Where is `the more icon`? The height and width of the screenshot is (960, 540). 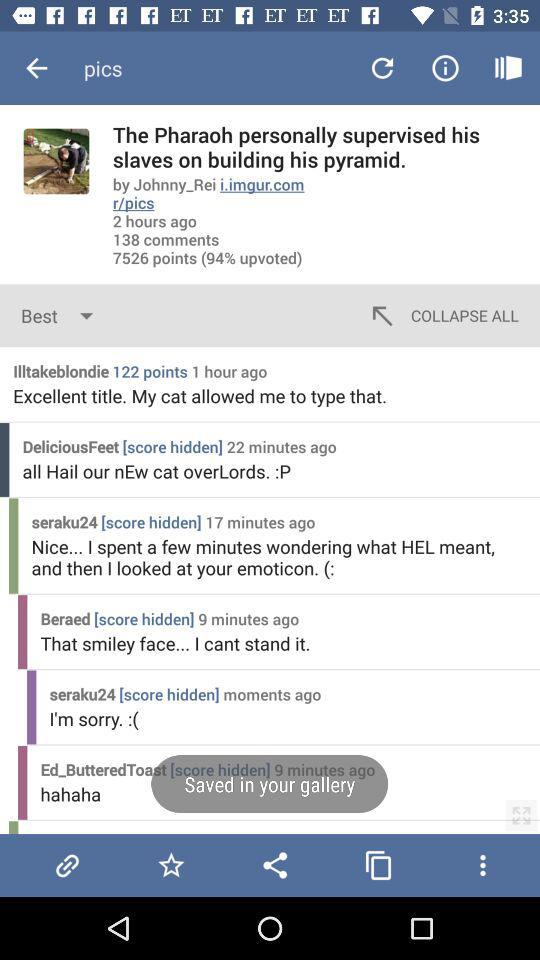
the more icon is located at coordinates (481, 864).